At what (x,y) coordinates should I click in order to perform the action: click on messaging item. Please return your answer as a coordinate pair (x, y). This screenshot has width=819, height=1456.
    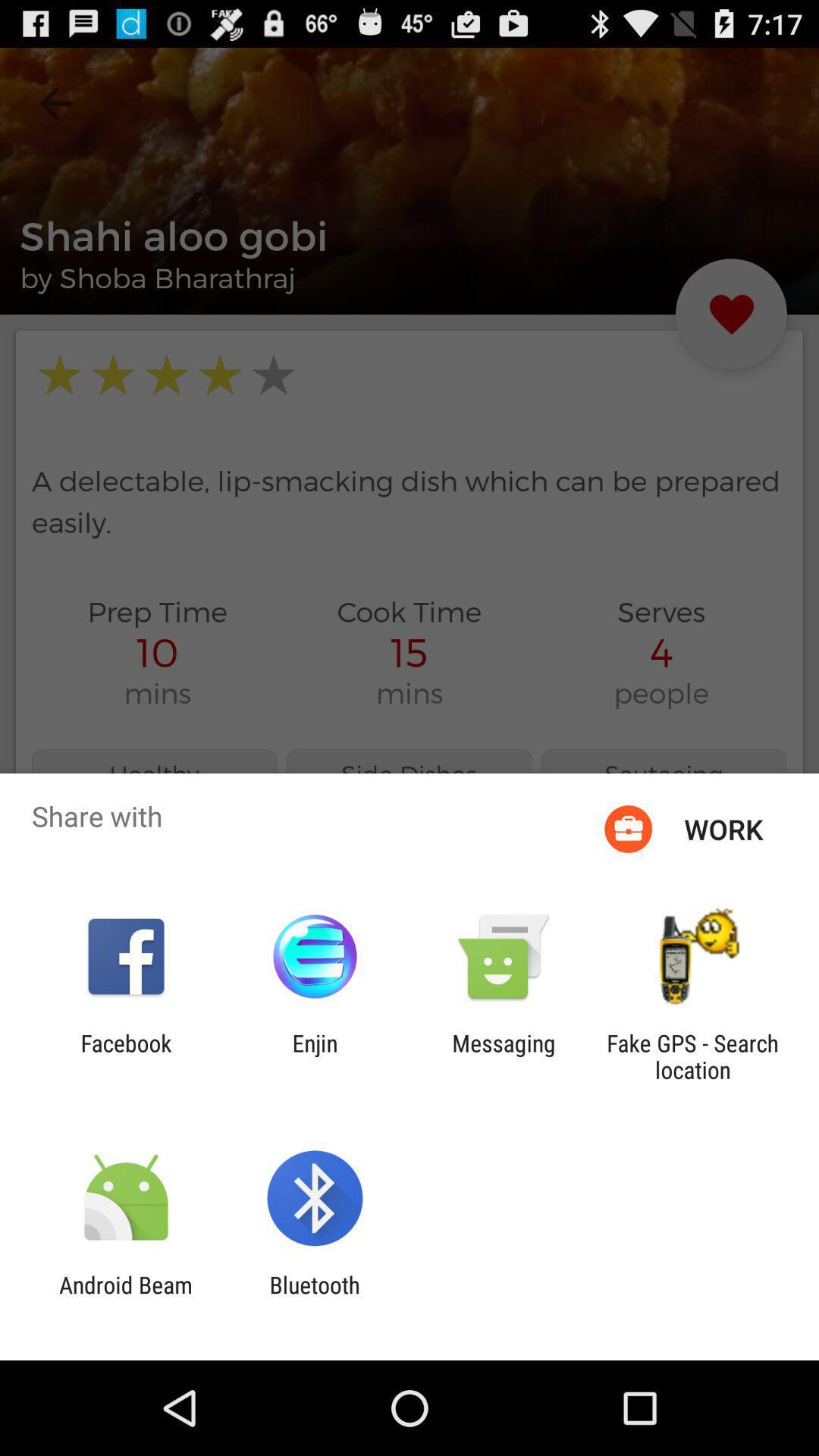
    Looking at the image, I should click on (504, 1056).